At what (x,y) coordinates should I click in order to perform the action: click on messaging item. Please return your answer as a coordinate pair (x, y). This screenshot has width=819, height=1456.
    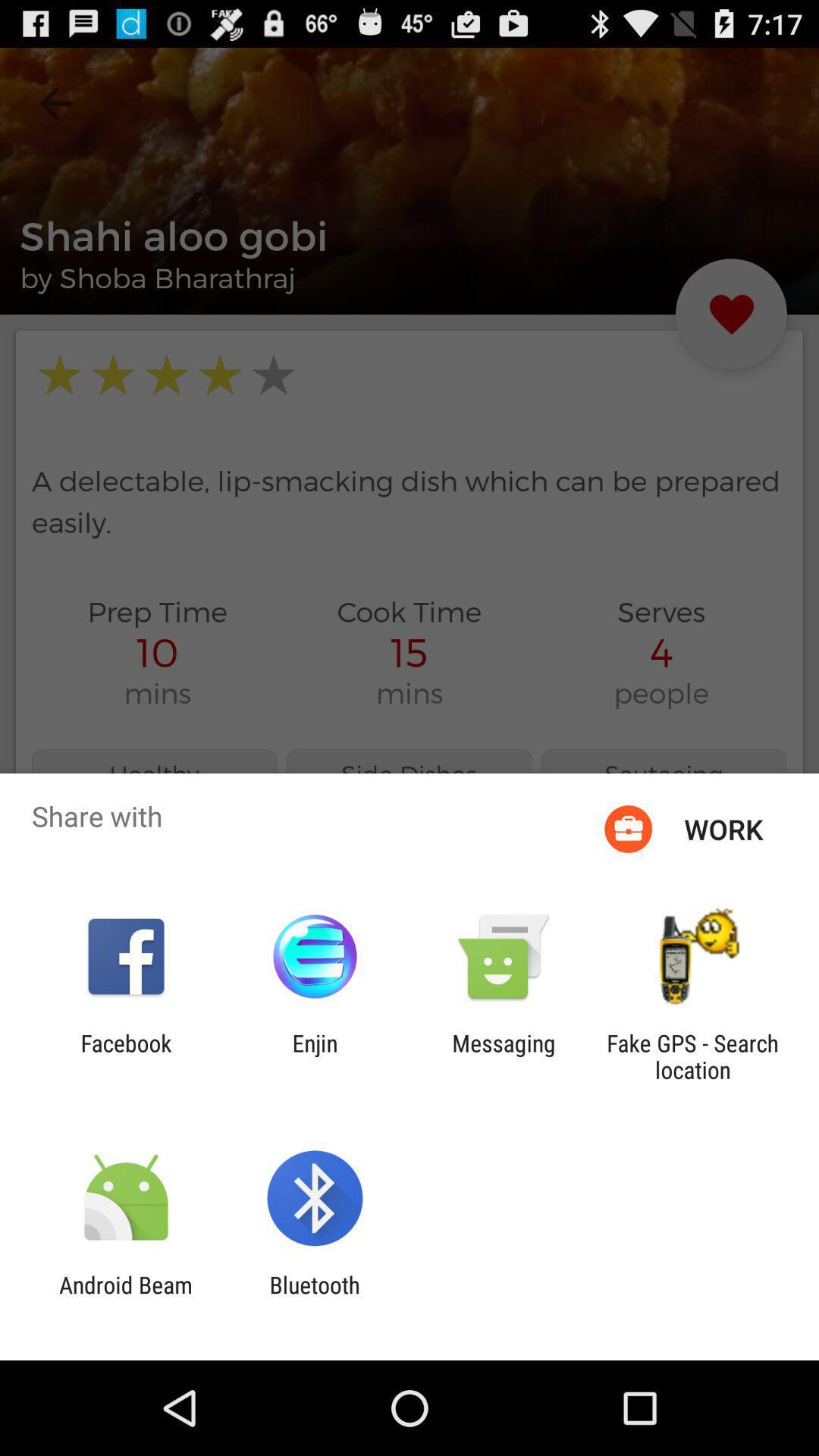
    Looking at the image, I should click on (504, 1056).